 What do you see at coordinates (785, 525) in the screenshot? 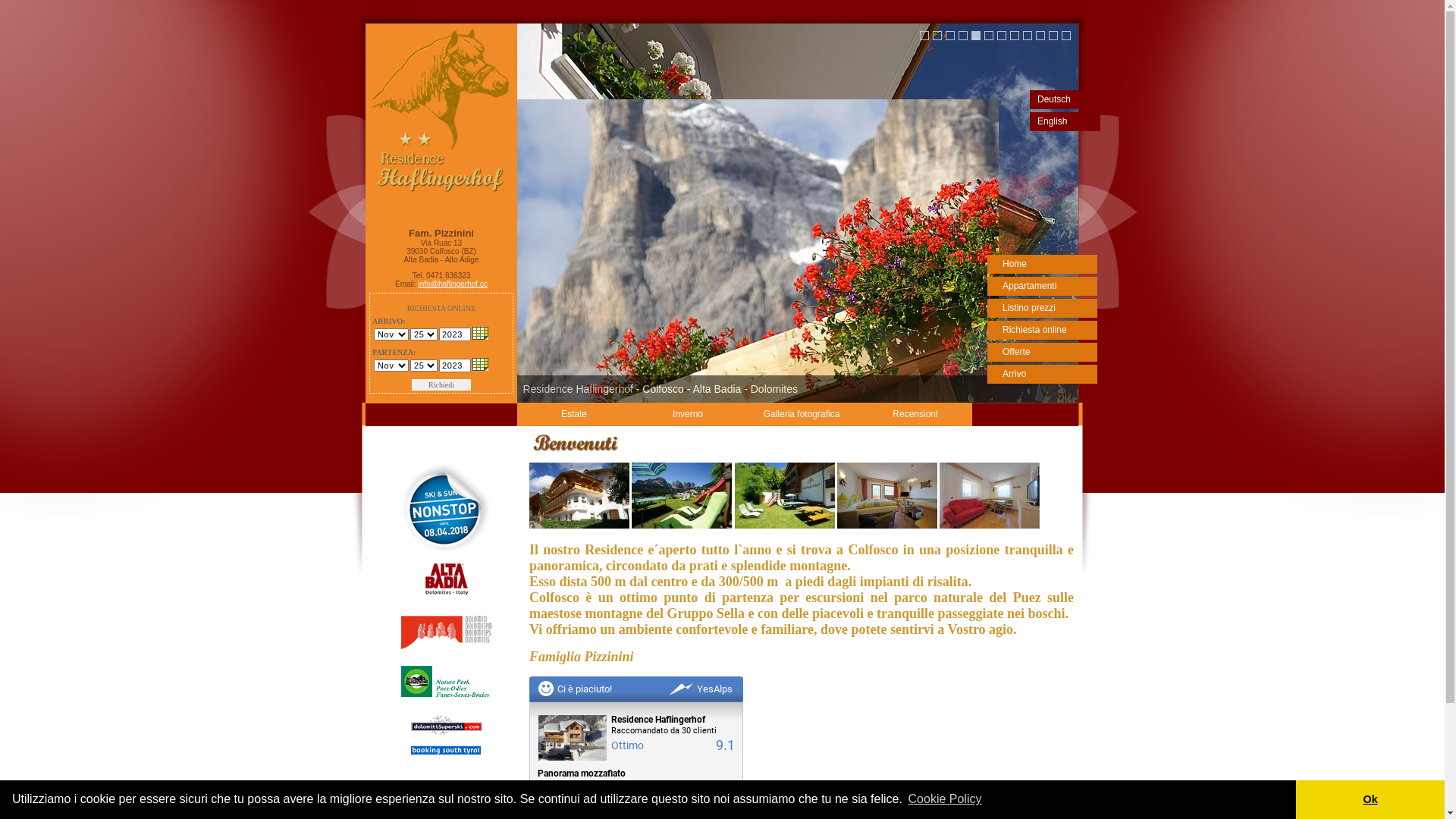
I see `'Sala Soggiorno / Aufenthaltsraum'` at bounding box center [785, 525].